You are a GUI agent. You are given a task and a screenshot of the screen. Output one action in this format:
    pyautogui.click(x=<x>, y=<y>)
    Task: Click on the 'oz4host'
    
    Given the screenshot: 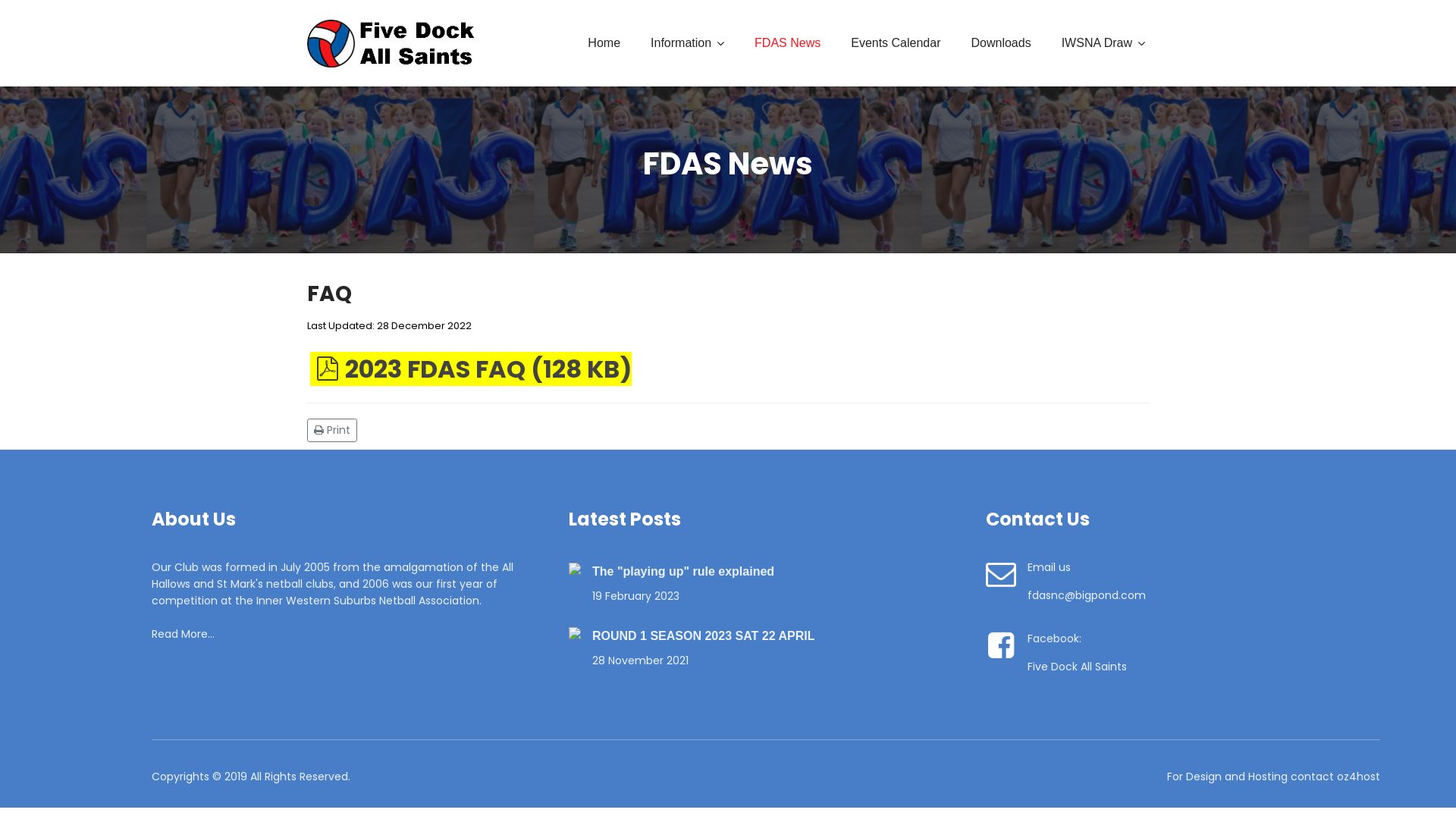 What is the action you would take?
    pyautogui.click(x=1336, y=776)
    